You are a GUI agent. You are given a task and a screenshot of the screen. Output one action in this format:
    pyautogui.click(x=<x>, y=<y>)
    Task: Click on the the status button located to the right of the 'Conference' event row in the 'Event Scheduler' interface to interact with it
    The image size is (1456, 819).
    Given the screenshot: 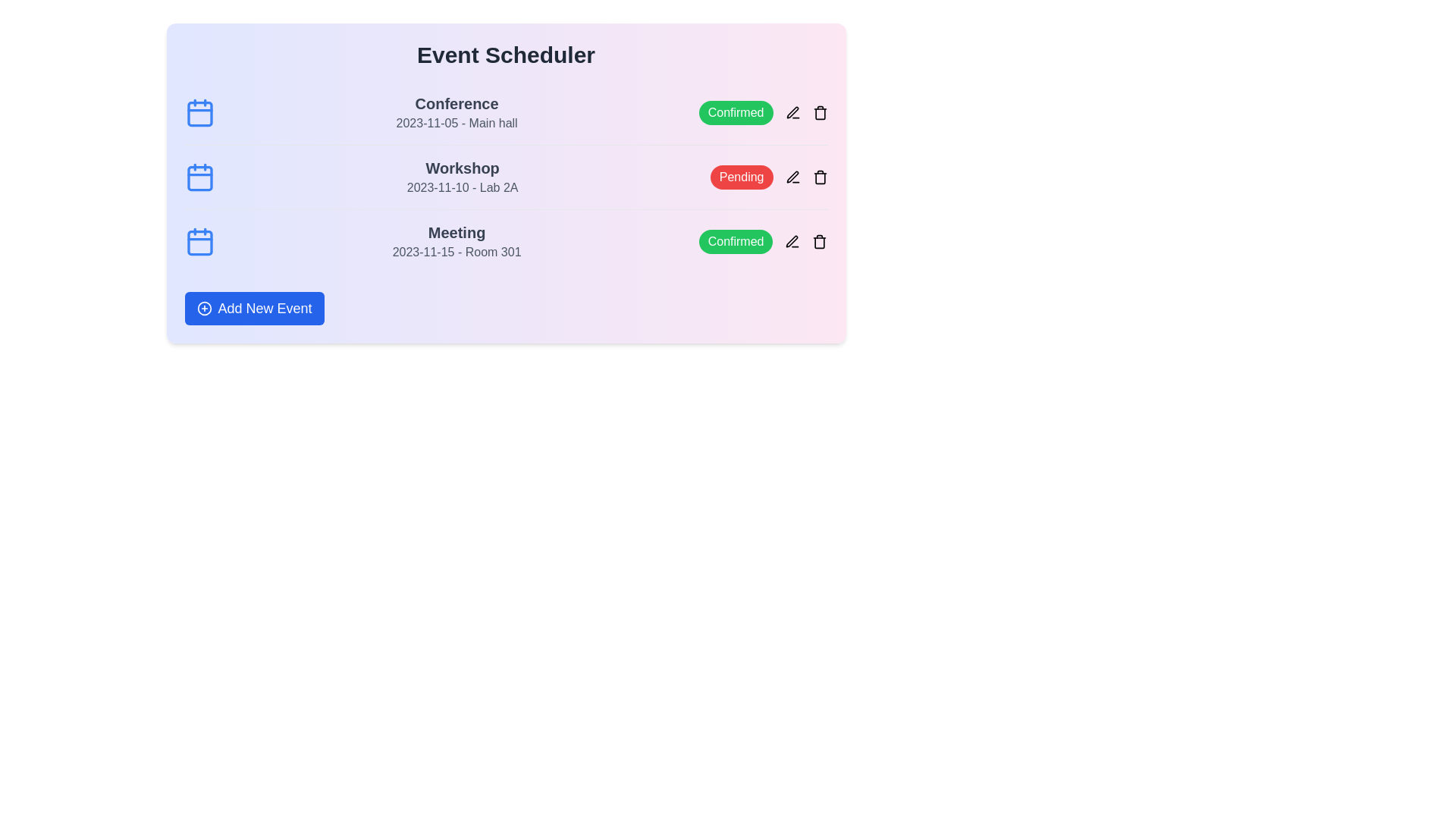 What is the action you would take?
    pyautogui.click(x=736, y=112)
    